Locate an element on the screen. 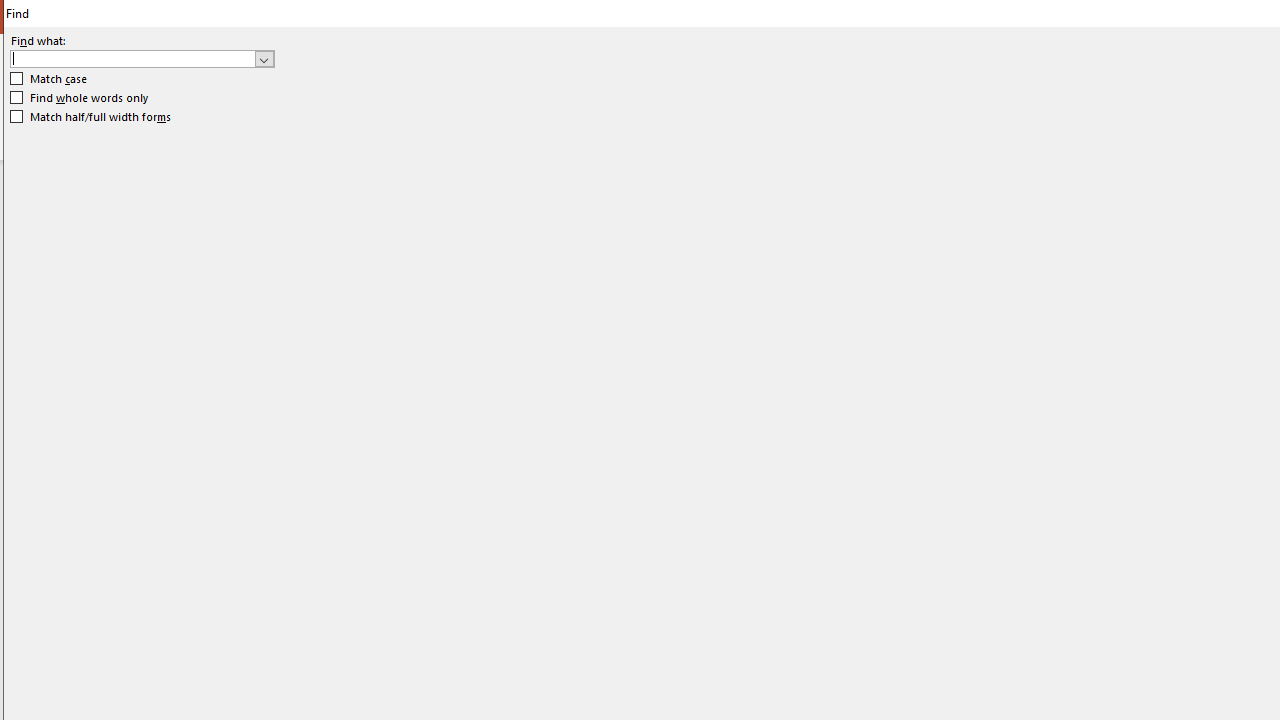 The width and height of the screenshot is (1280, 720). 'Find whole words only' is located at coordinates (80, 97).